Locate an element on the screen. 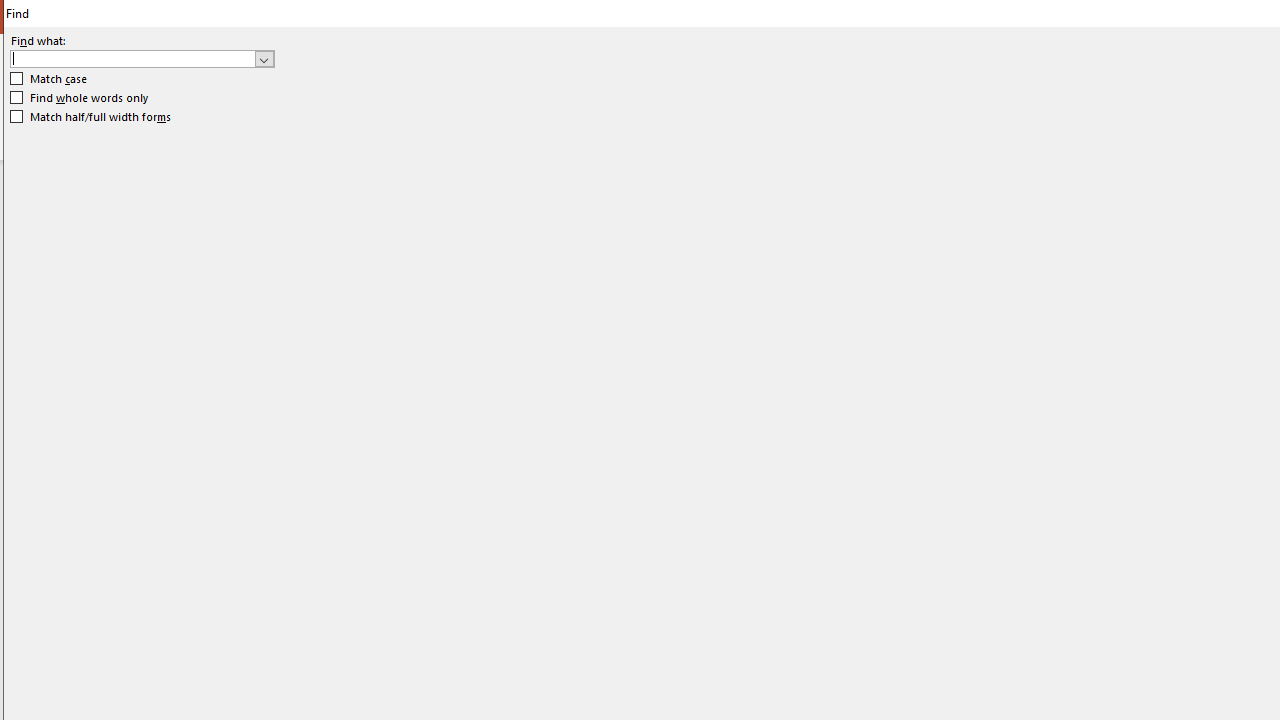 The width and height of the screenshot is (1280, 720). 'Find whole words only' is located at coordinates (80, 97).